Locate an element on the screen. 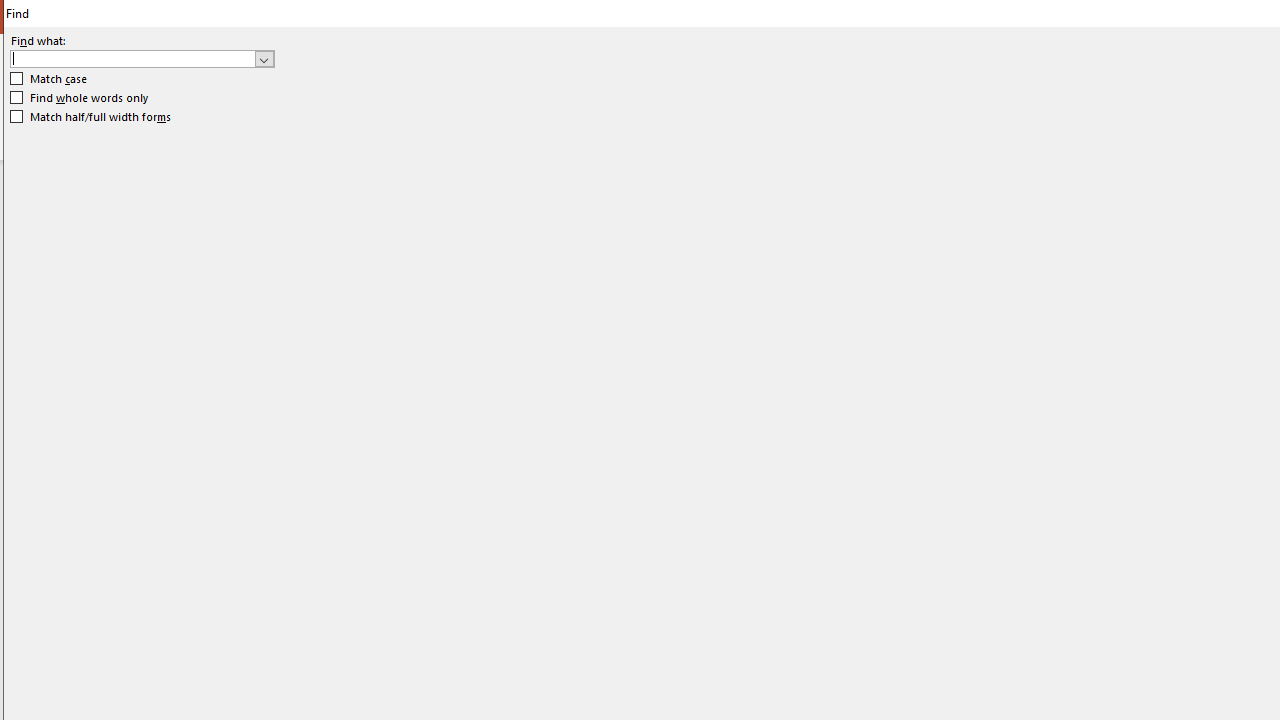 The width and height of the screenshot is (1280, 720). 'Find whole words only' is located at coordinates (80, 97).